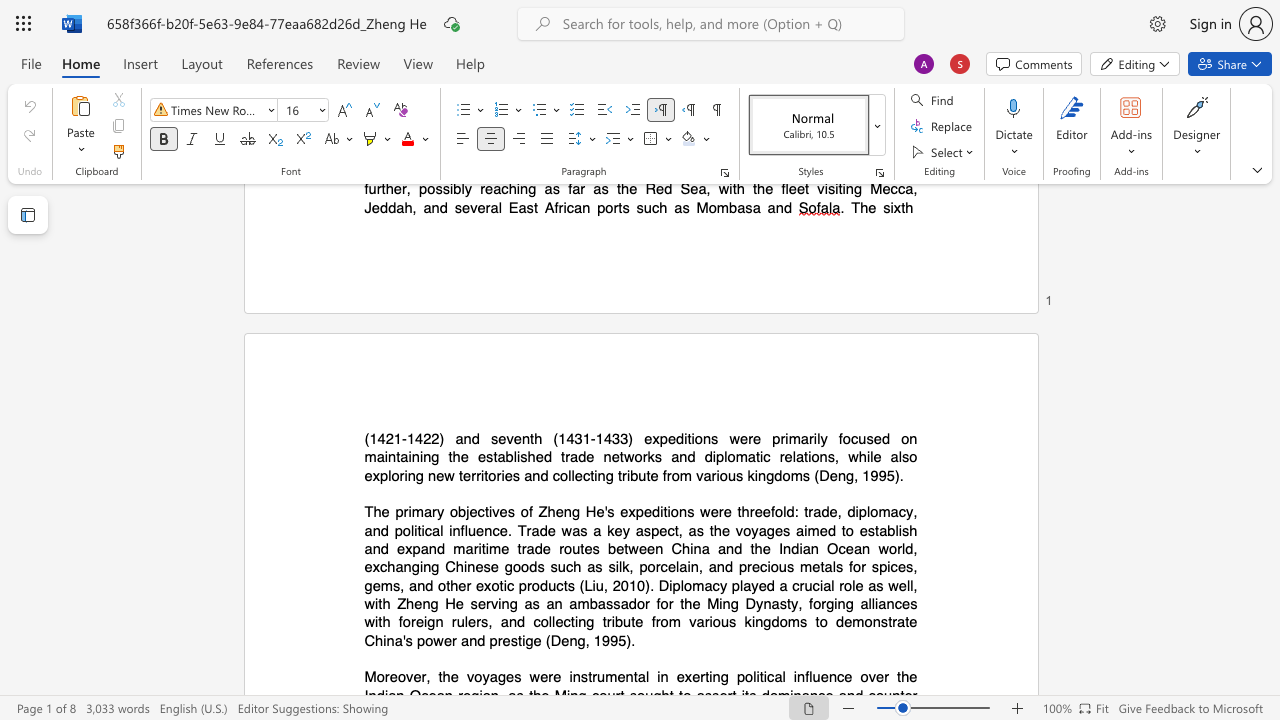 Image resolution: width=1280 pixels, height=720 pixels. I want to click on the subset text "te" within the text "demonstrate", so click(904, 621).